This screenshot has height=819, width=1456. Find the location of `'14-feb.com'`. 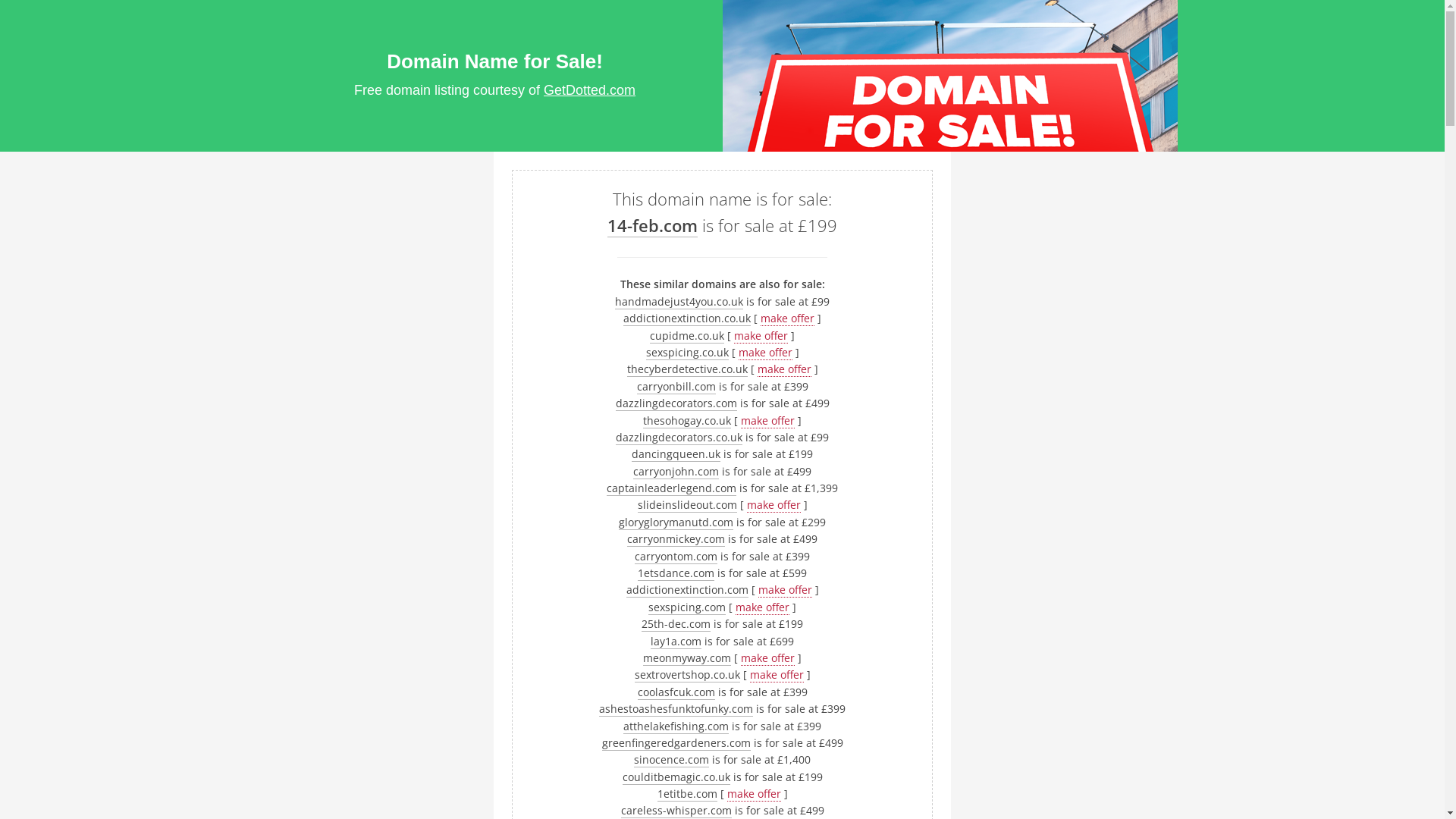

'14-feb.com' is located at coordinates (607, 225).